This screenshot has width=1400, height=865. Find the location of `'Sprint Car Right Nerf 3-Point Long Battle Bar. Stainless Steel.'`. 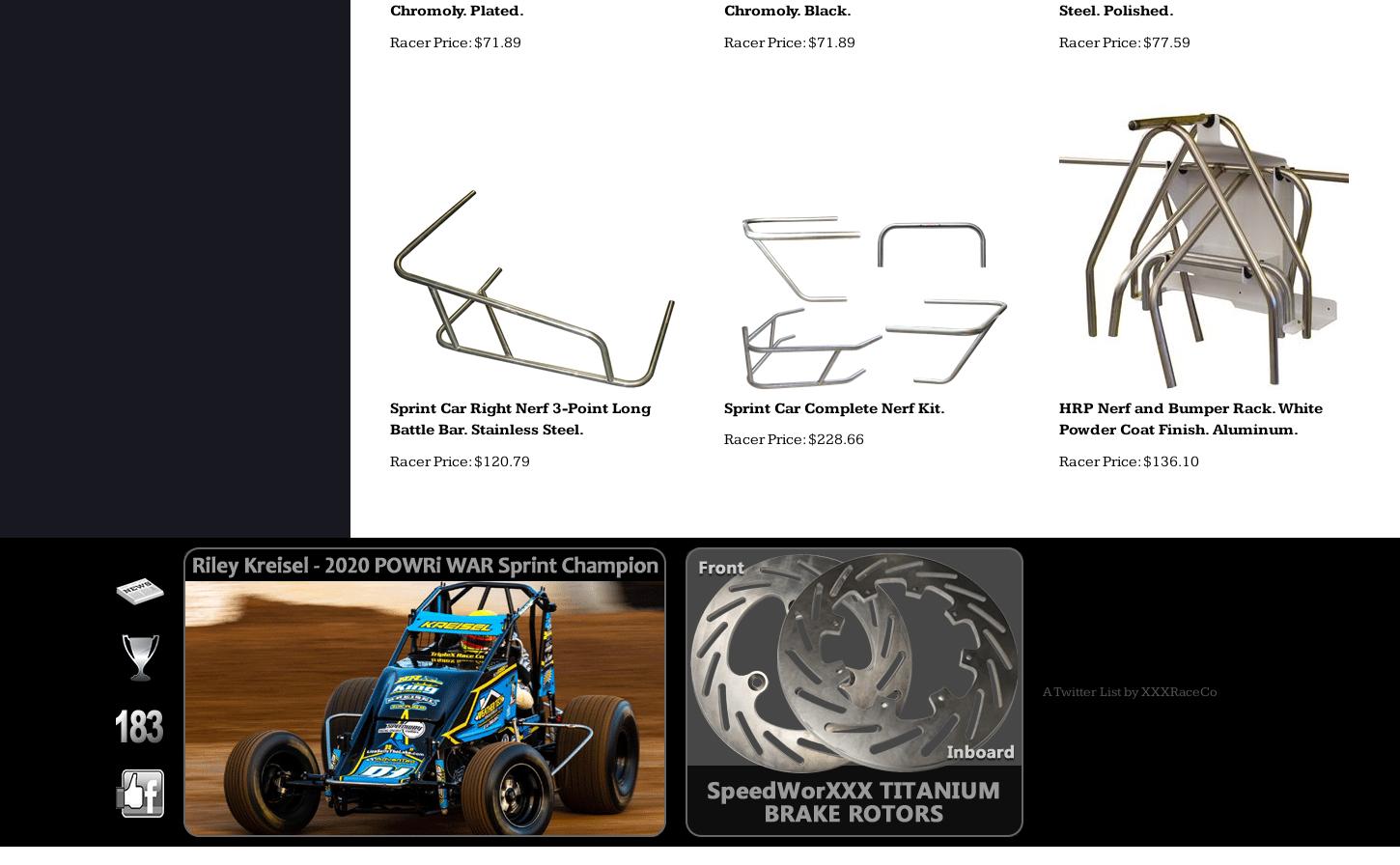

'Sprint Car Right Nerf 3-Point Long Battle Bar. Stainless Steel.' is located at coordinates (518, 419).